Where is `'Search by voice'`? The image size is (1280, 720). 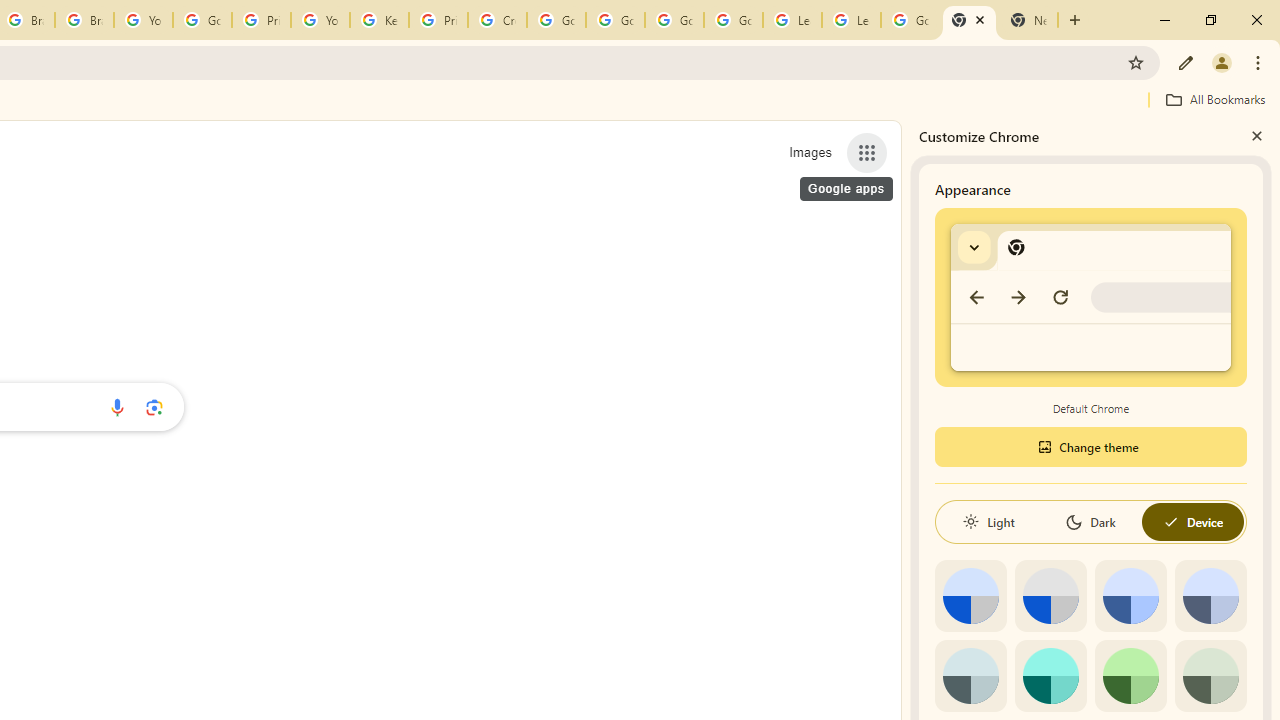
'Search by voice' is located at coordinates (116, 406).